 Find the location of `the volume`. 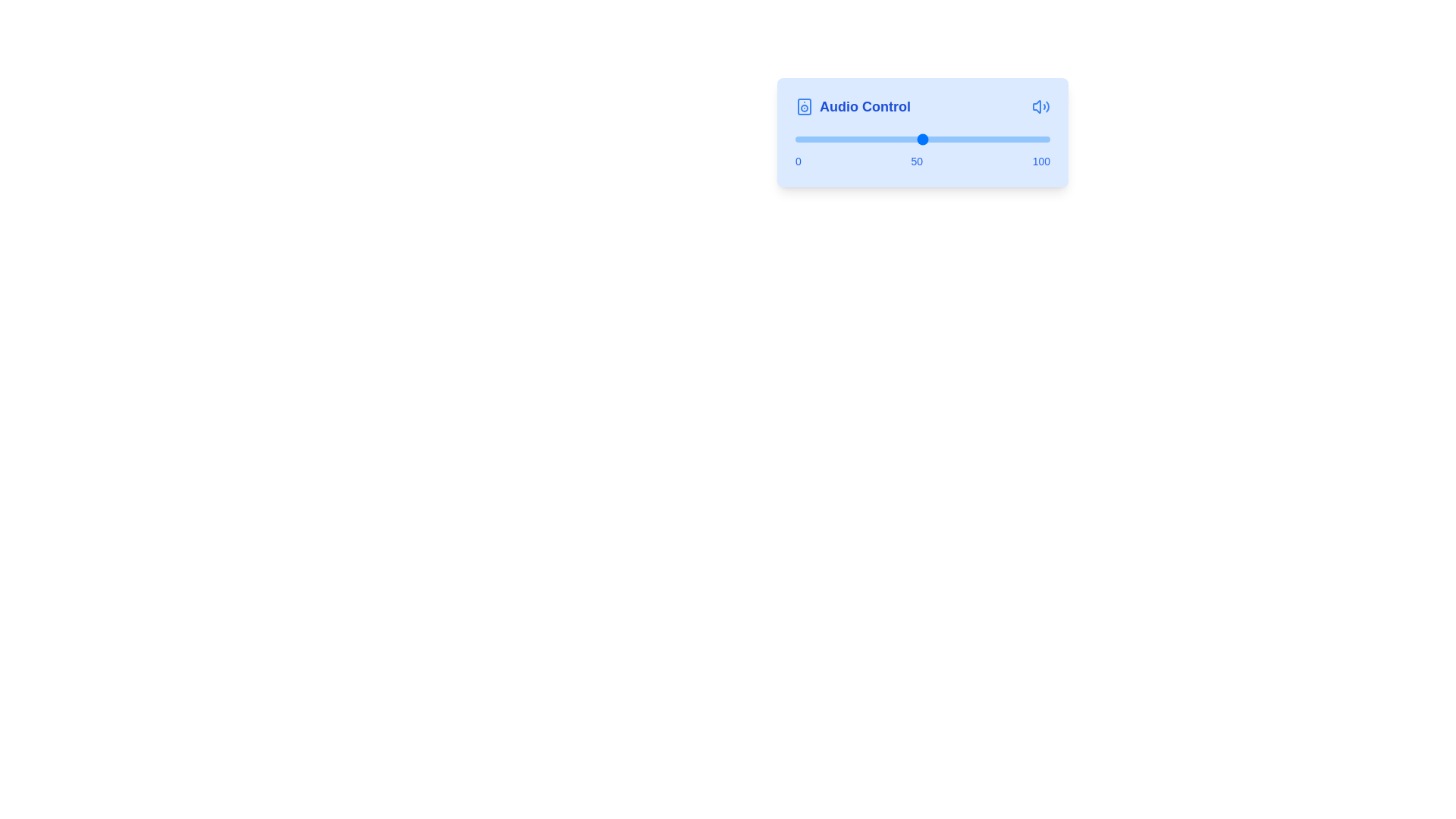

the volume is located at coordinates (887, 140).